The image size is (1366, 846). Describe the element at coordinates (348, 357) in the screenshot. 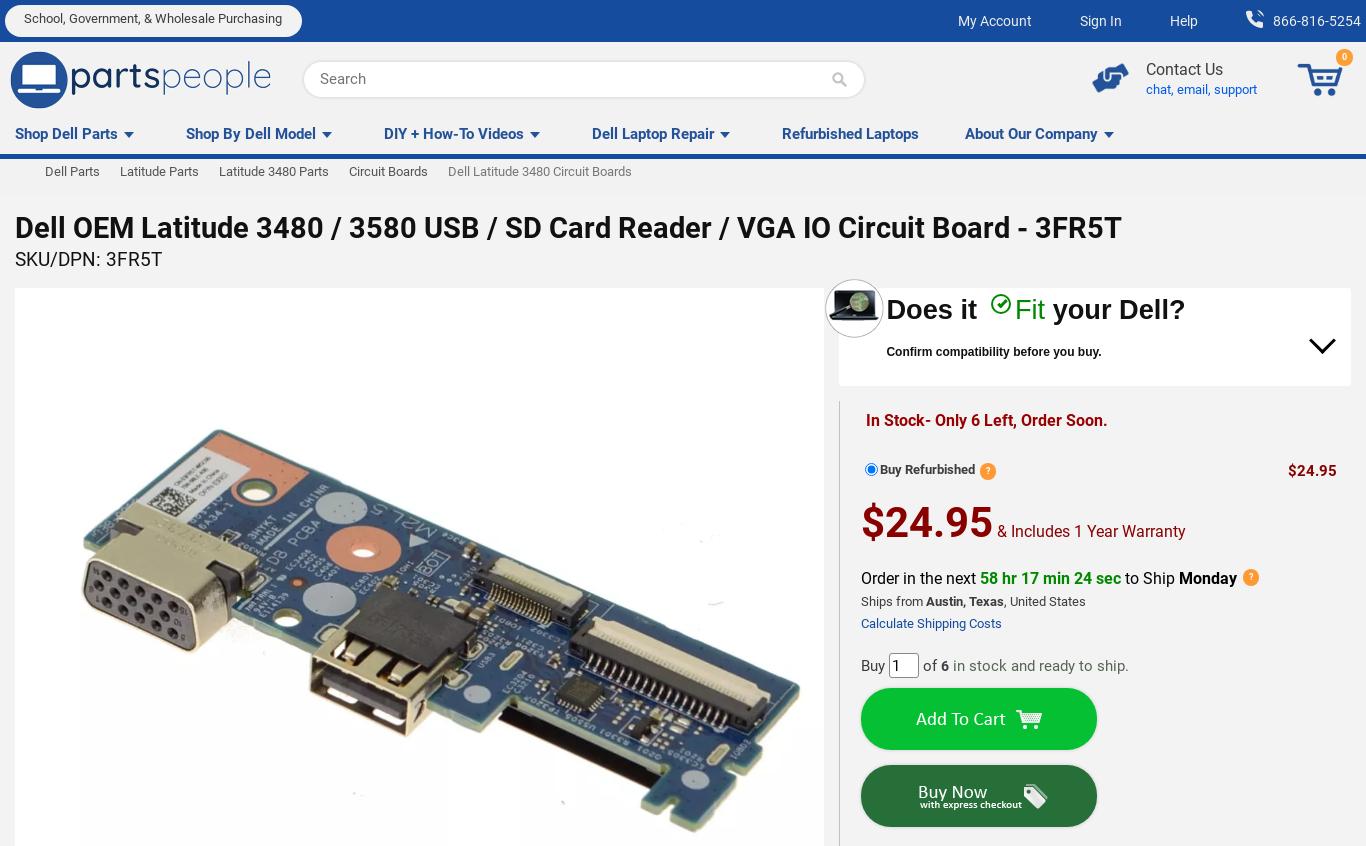

I see `'Full 3rd party guarantee of your purchase terms of sale of up to $1,000 is provided. Some restrictions apply...'` at that location.